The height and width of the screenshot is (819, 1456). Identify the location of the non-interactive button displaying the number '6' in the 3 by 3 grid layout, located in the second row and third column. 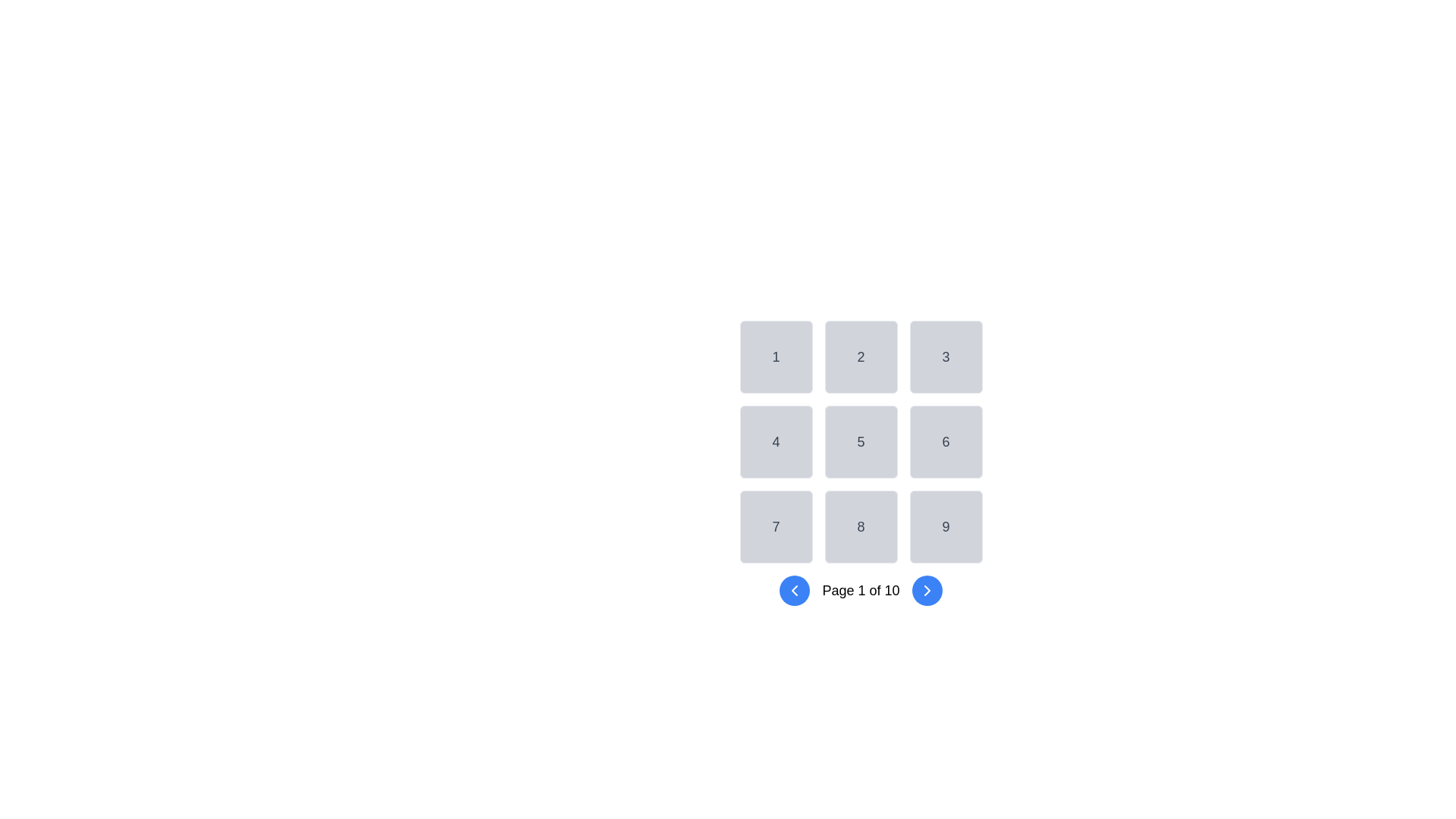
(945, 441).